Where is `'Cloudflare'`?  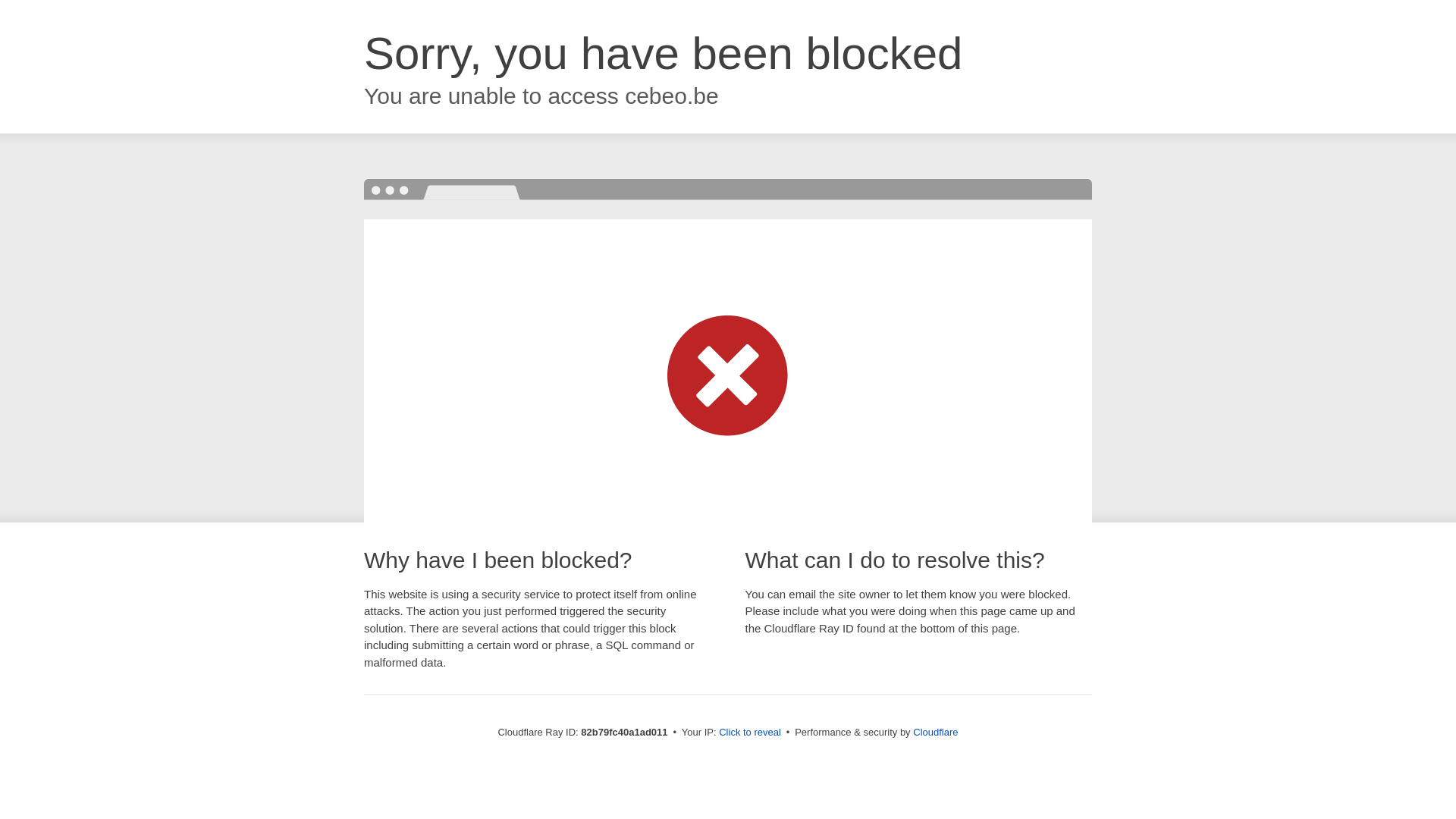 'Cloudflare' is located at coordinates (934, 731).